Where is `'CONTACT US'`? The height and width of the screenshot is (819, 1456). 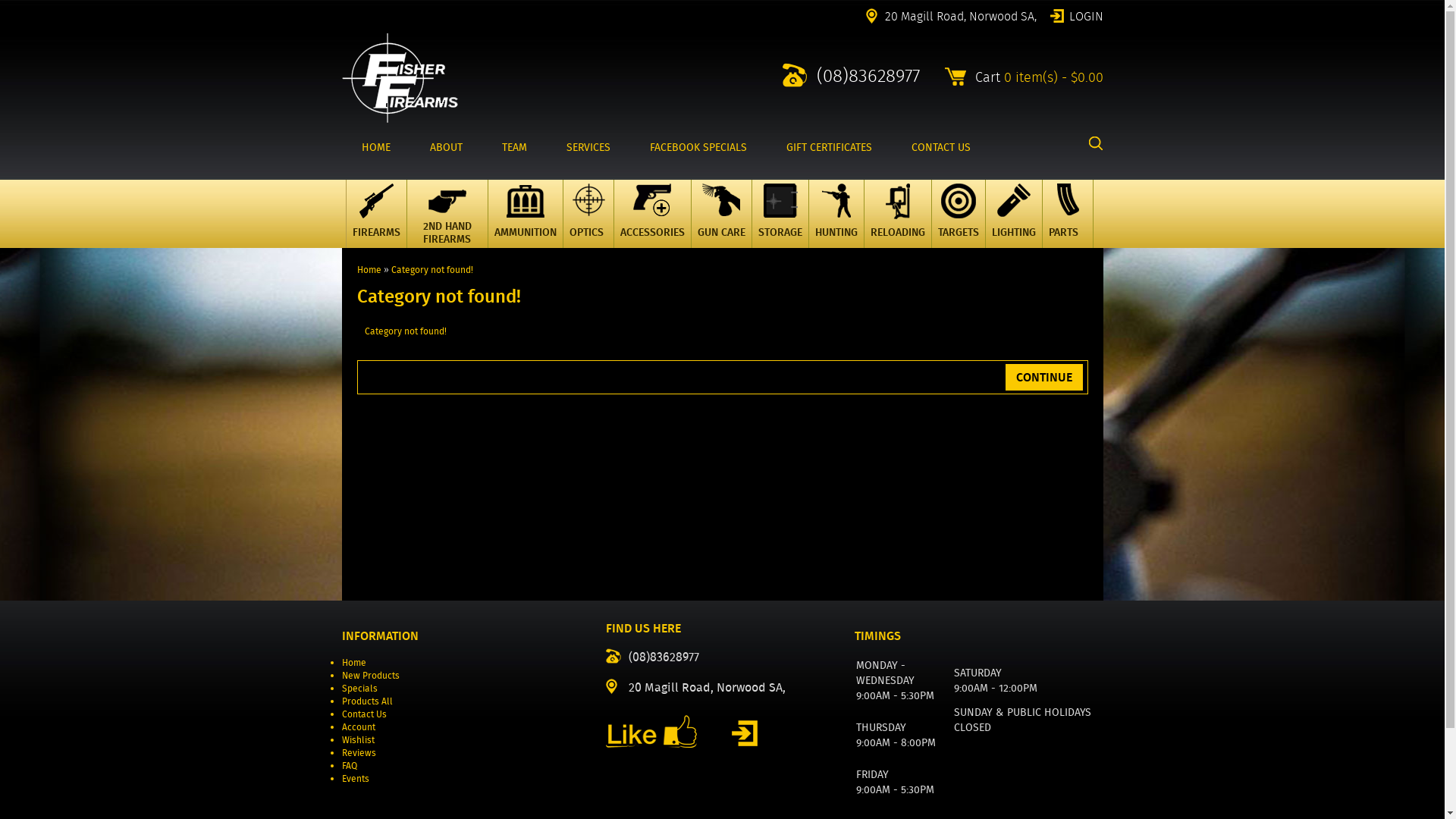
'CONTACT US' is located at coordinates (940, 147).